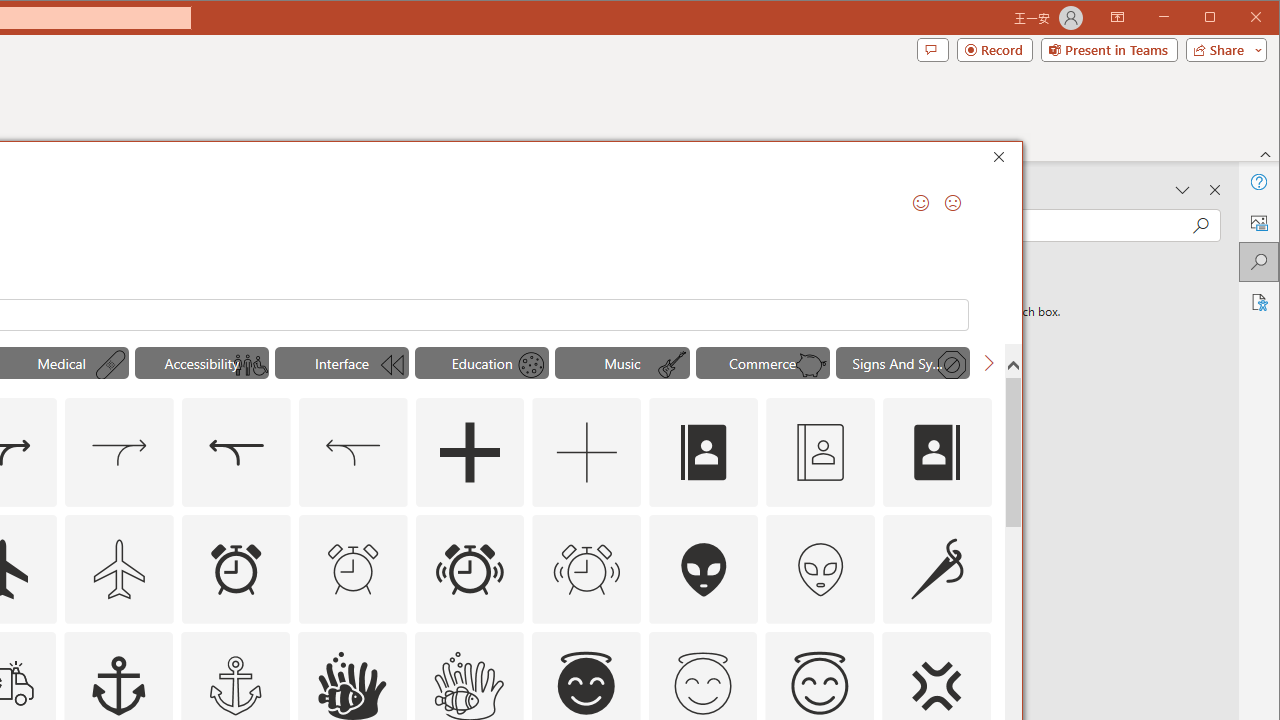 This screenshot has width=1280, height=720. Describe the element at coordinates (672, 365) in the screenshot. I see `'AutomationID: Icons_ElectricGuitar_M'` at that location.